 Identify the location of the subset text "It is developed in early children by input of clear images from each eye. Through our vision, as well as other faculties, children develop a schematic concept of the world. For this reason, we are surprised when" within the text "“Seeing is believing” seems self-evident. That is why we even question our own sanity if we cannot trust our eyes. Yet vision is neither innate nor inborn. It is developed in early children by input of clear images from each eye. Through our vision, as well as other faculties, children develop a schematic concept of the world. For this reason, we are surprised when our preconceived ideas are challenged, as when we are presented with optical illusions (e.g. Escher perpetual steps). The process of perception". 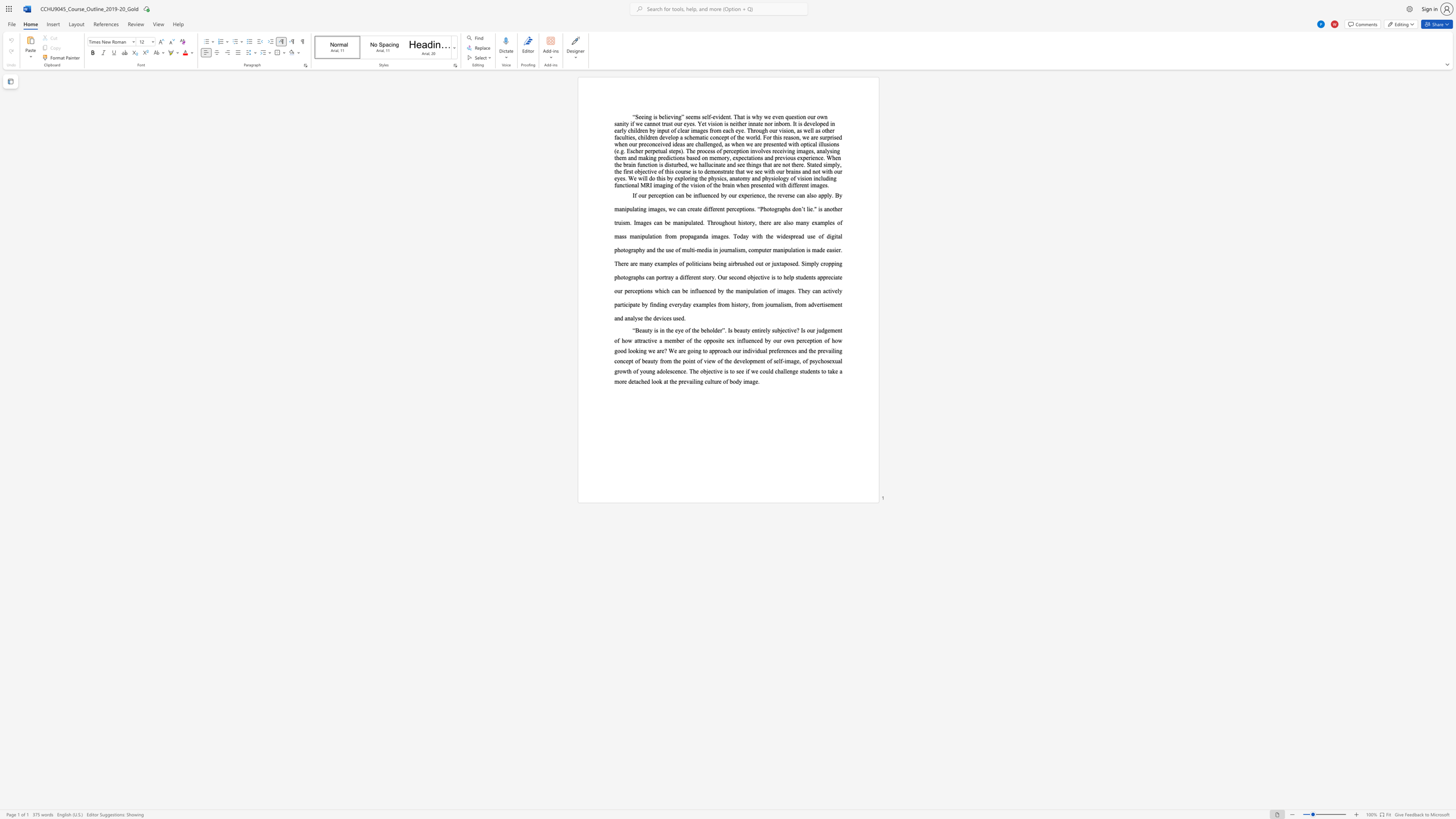
(793, 123).